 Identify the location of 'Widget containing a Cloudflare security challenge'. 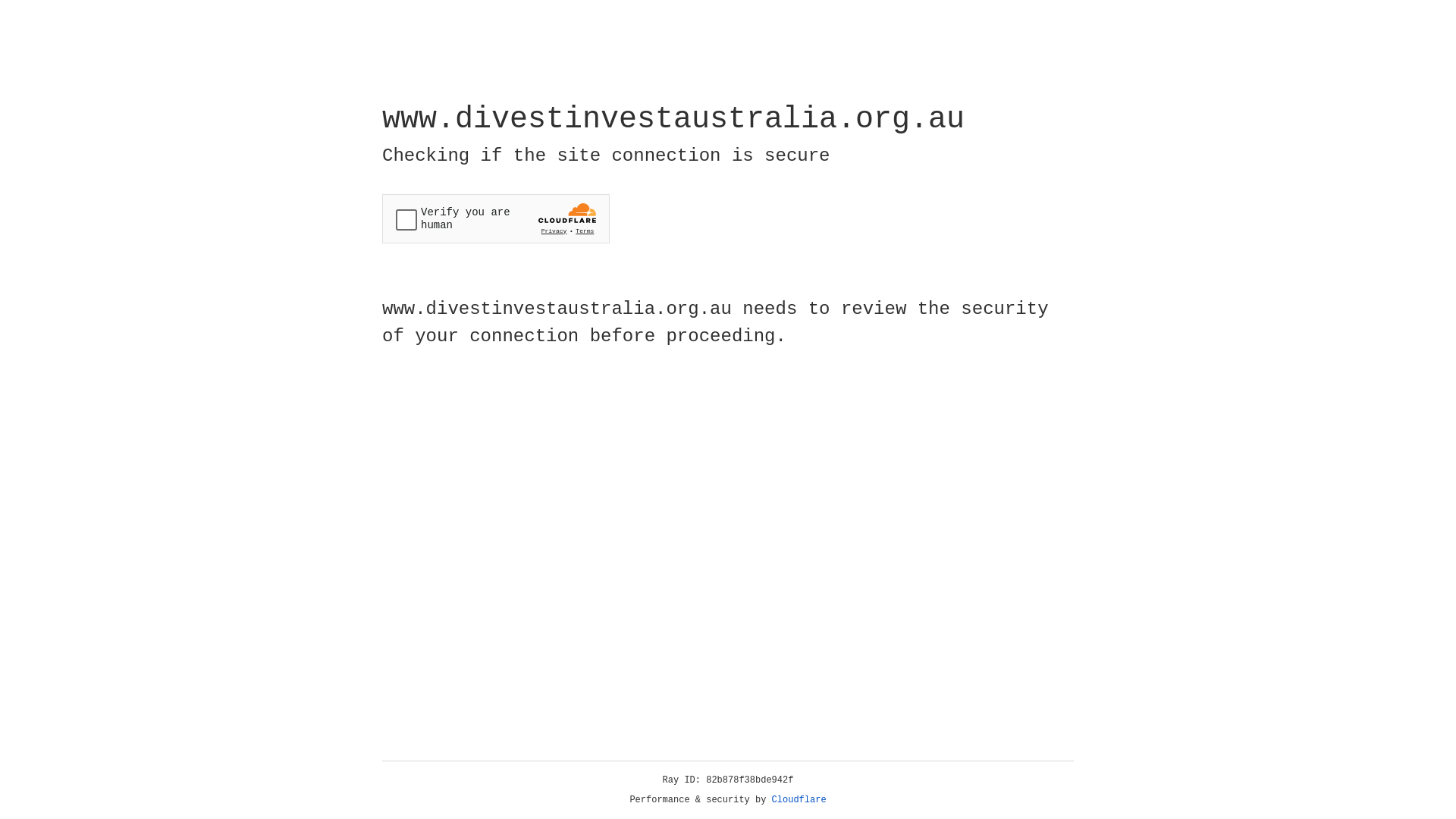
(495, 218).